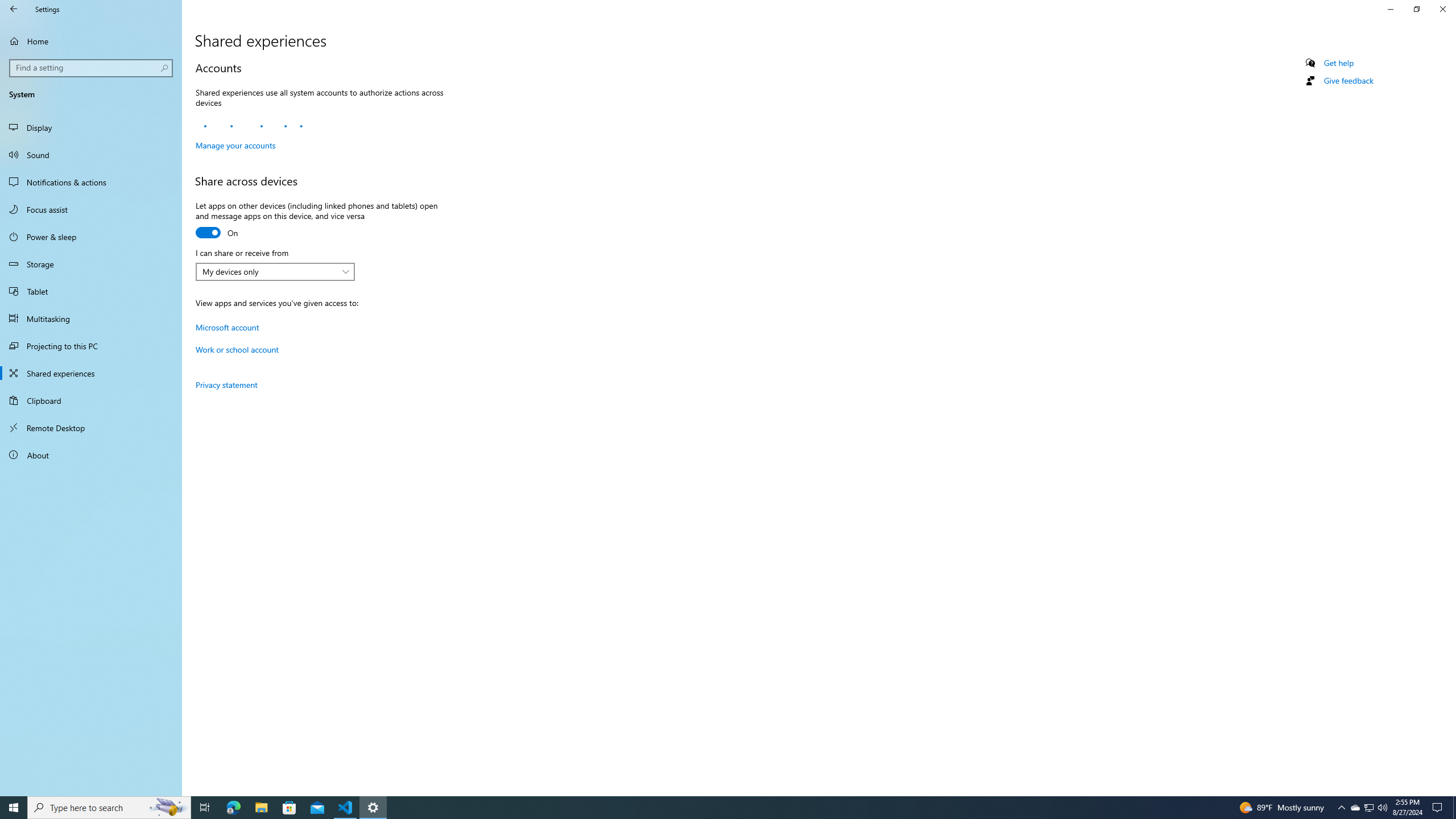 The image size is (1456, 819). What do you see at coordinates (14, 9) in the screenshot?
I see `'Back'` at bounding box center [14, 9].